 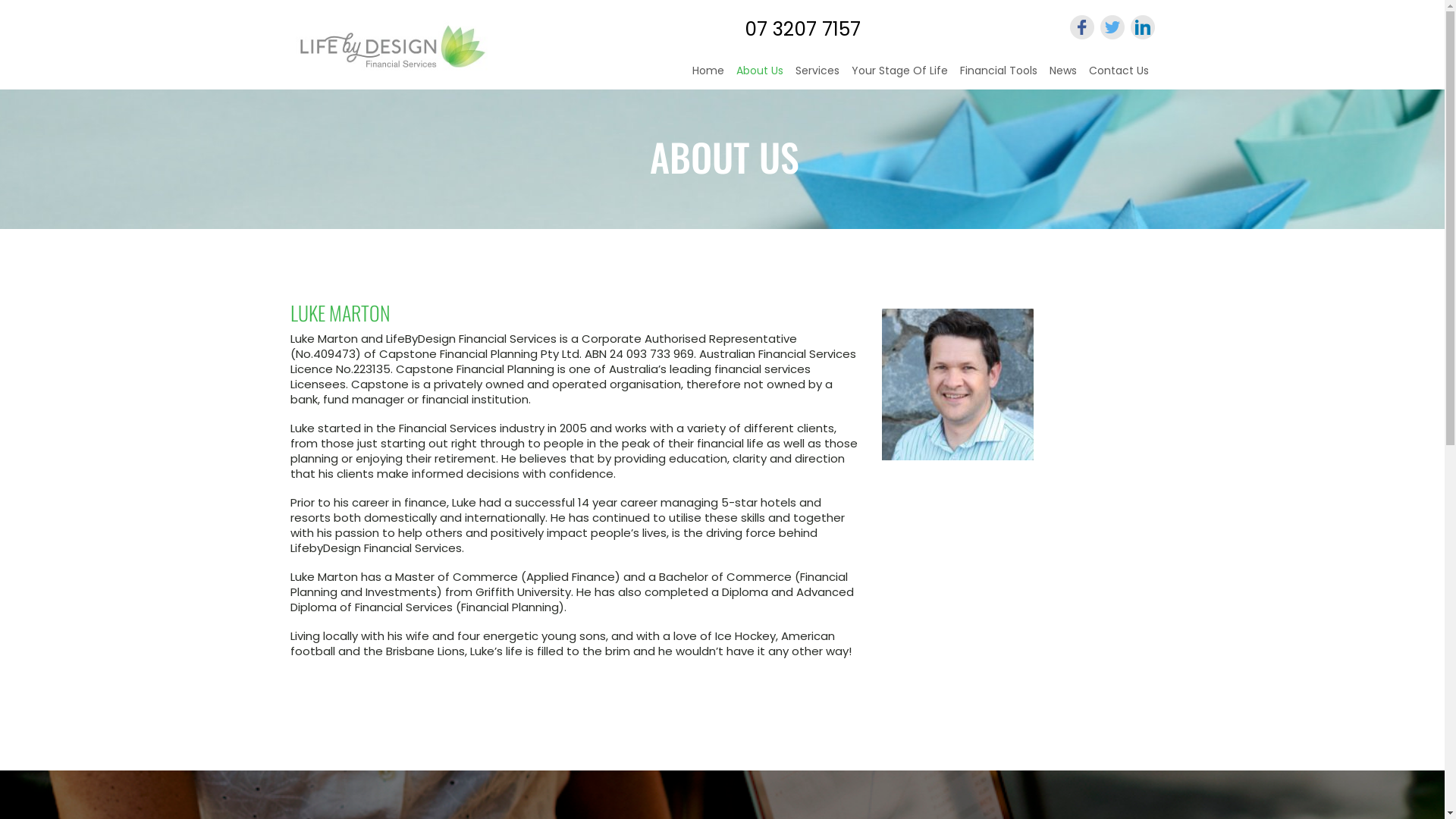 I want to click on 'Home', so click(x=684, y=67).